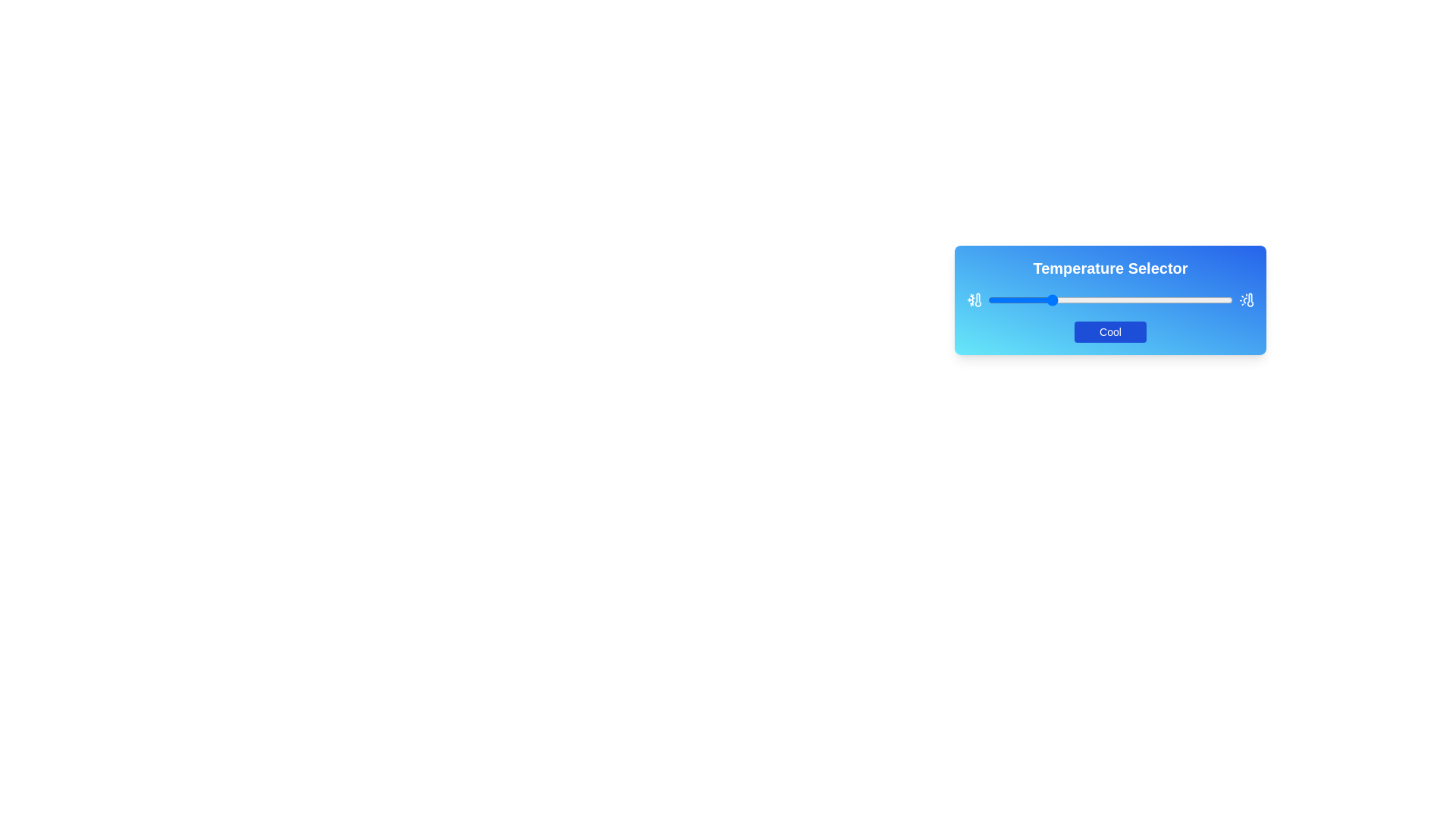  Describe the element at coordinates (1140, 300) in the screenshot. I see `the slider to set the temperature to 62` at that location.